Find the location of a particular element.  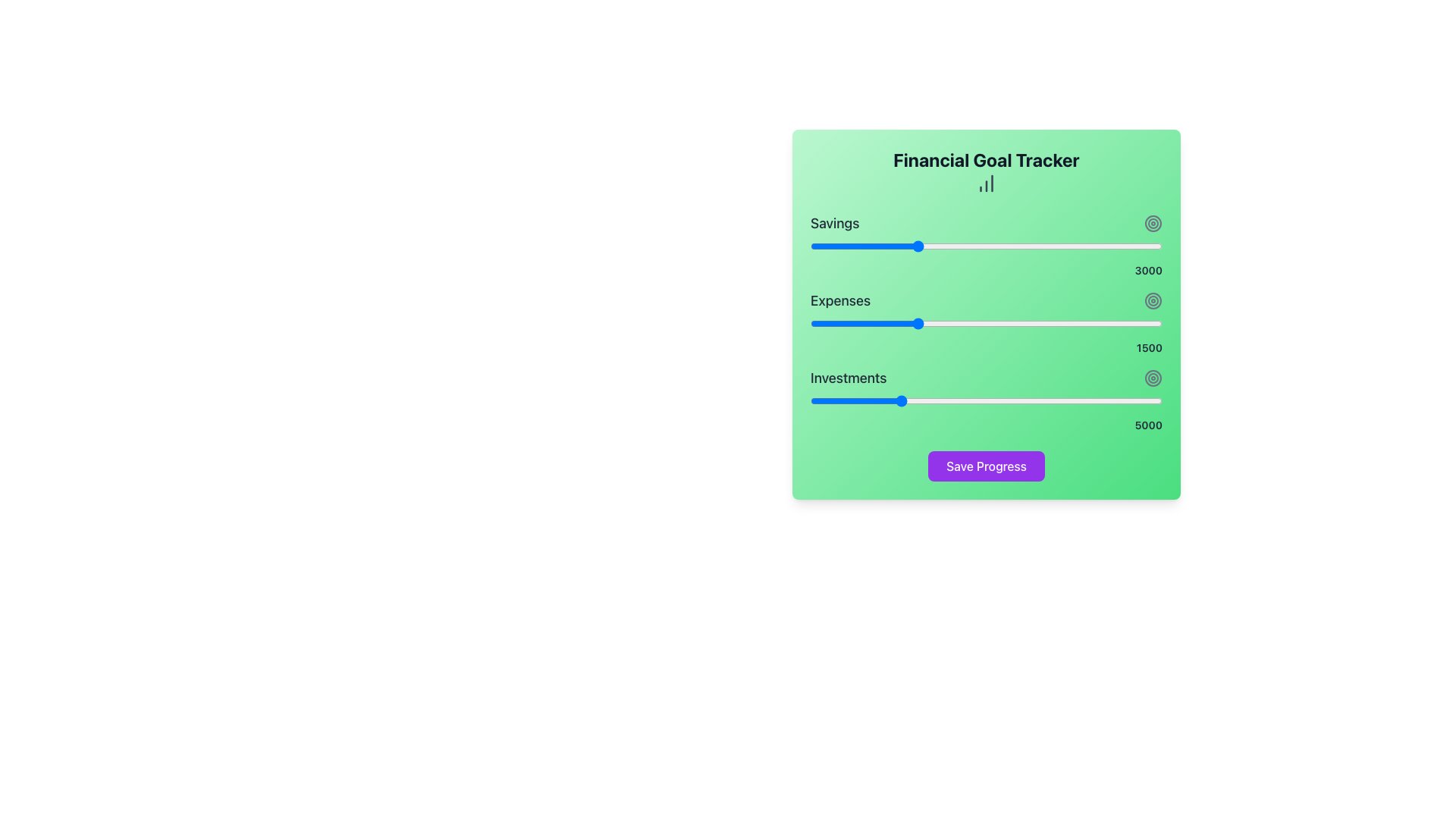

the save button located at the bottom of the financial goal tracker interface is located at coordinates (986, 465).